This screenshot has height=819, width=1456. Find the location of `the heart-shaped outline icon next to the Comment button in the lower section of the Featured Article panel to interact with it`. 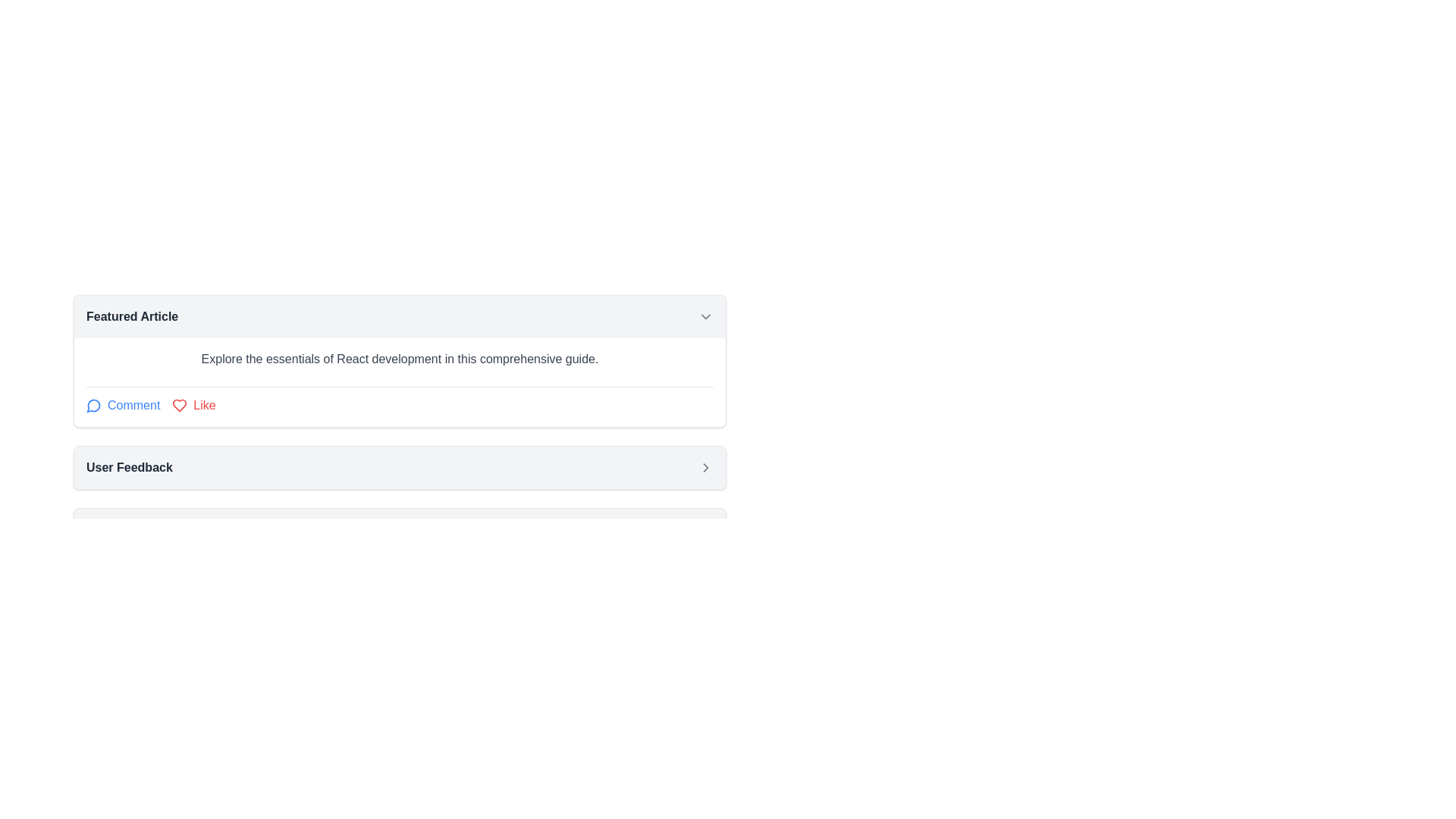

the heart-shaped outline icon next to the Comment button in the lower section of the Featured Article panel to interact with it is located at coordinates (180, 405).